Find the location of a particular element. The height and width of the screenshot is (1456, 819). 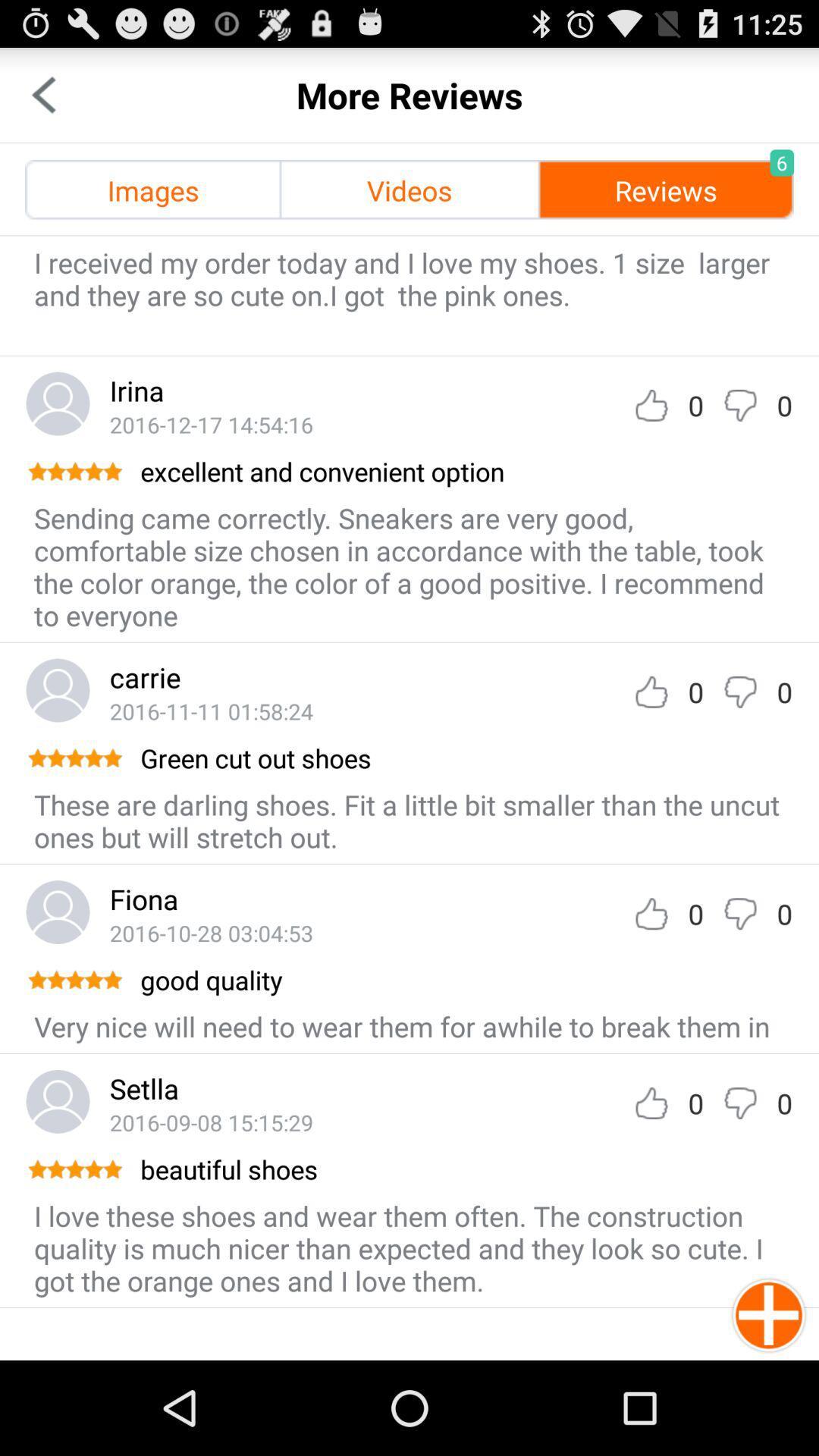

2016 10 28 item is located at coordinates (211, 932).